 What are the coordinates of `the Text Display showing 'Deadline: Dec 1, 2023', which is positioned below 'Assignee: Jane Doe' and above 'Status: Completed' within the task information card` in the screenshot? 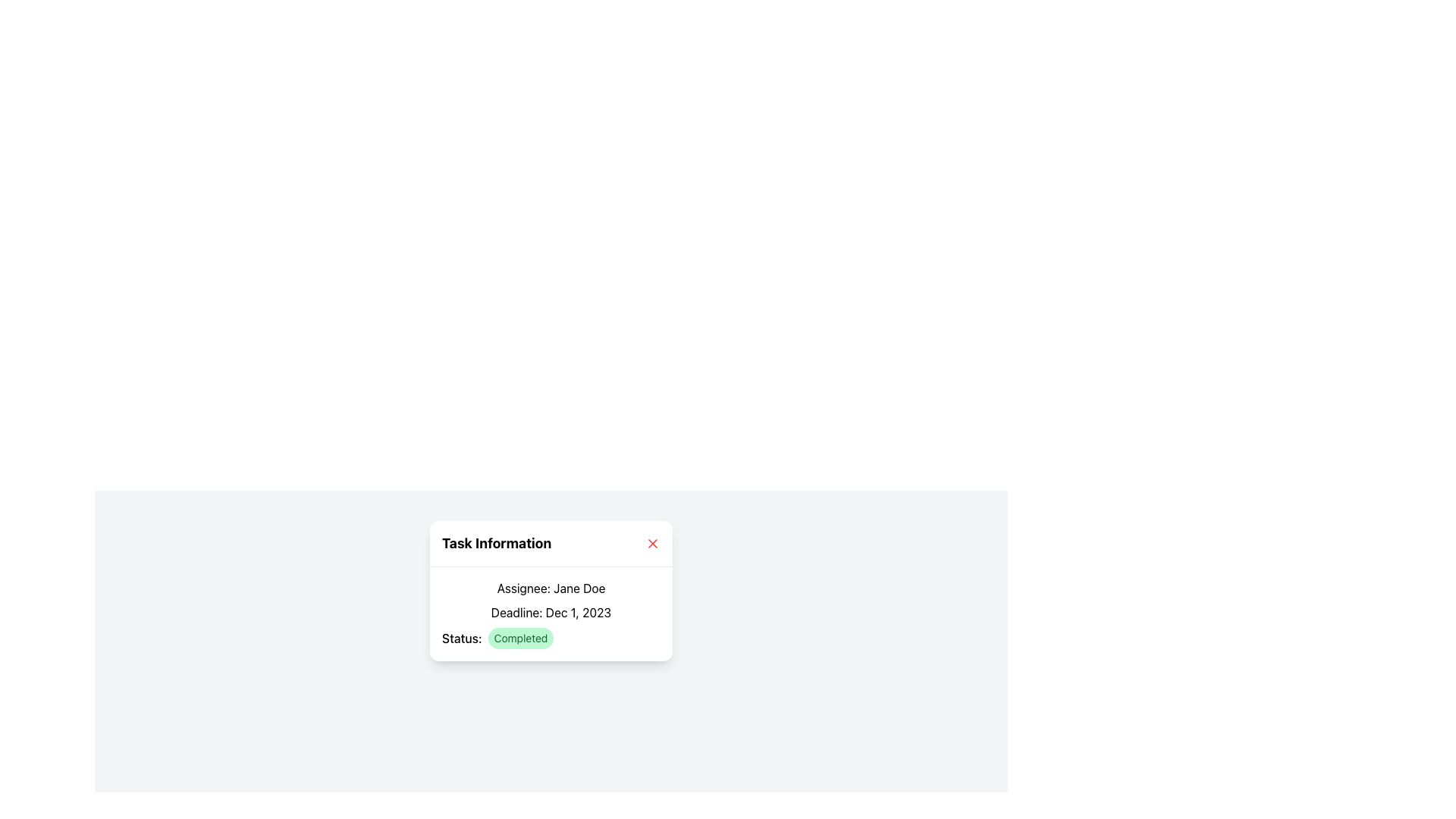 It's located at (550, 611).